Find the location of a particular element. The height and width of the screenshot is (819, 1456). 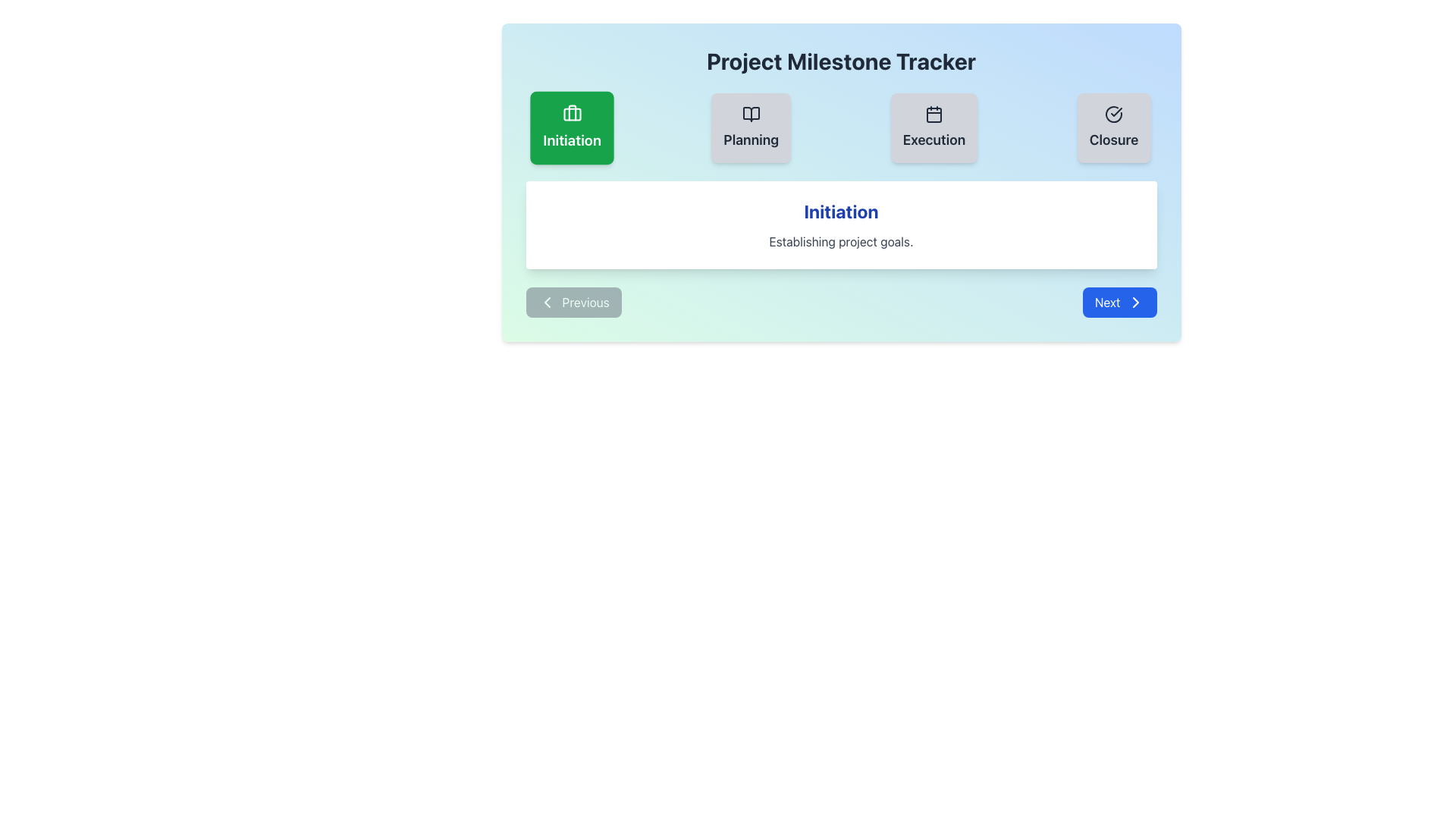

the second button in the horizontal series of four buttons under the 'Project Milestone Tracker' header is located at coordinates (751, 127).